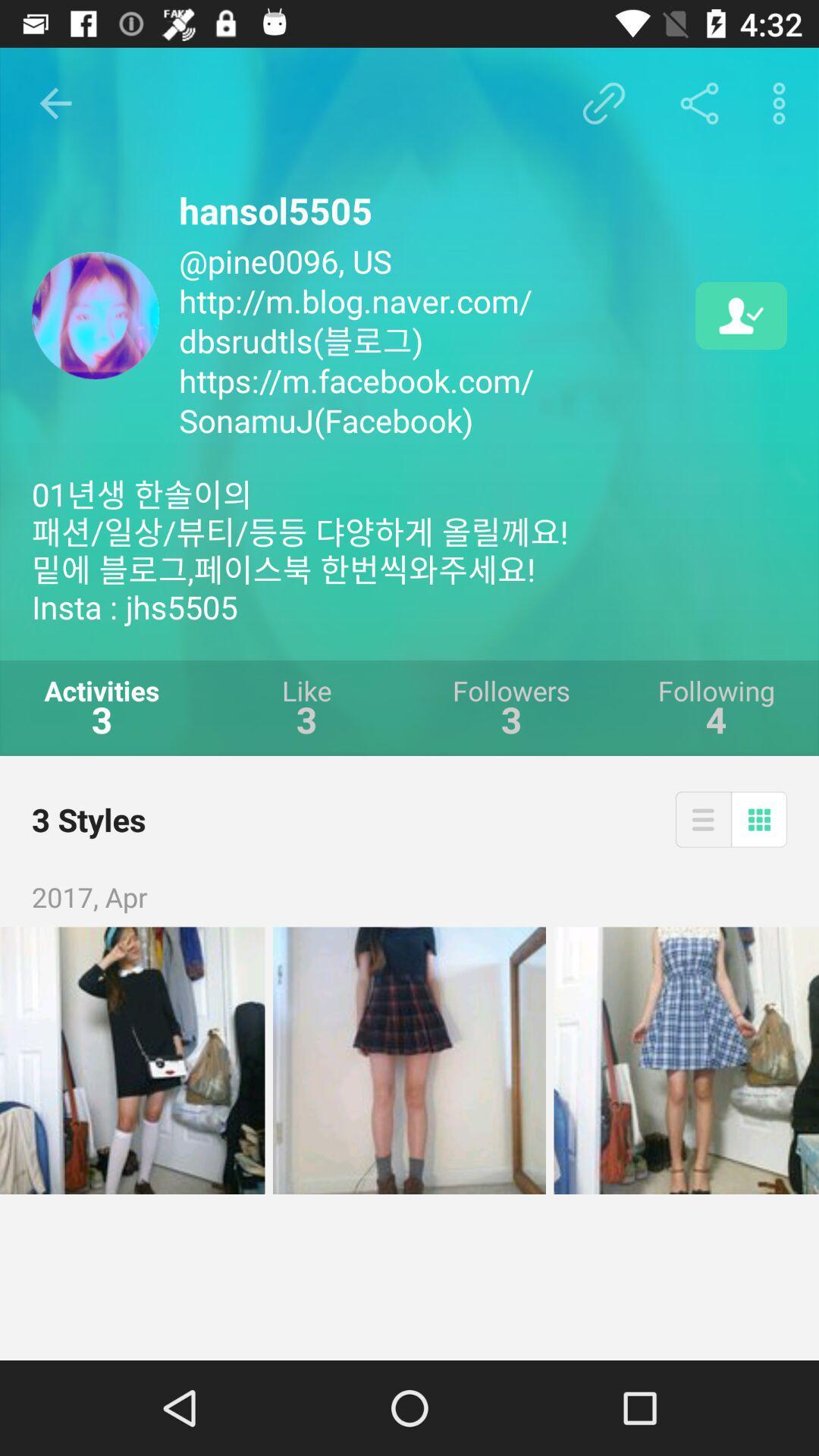 This screenshot has width=819, height=1456. I want to click on image, so click(686, 1059).